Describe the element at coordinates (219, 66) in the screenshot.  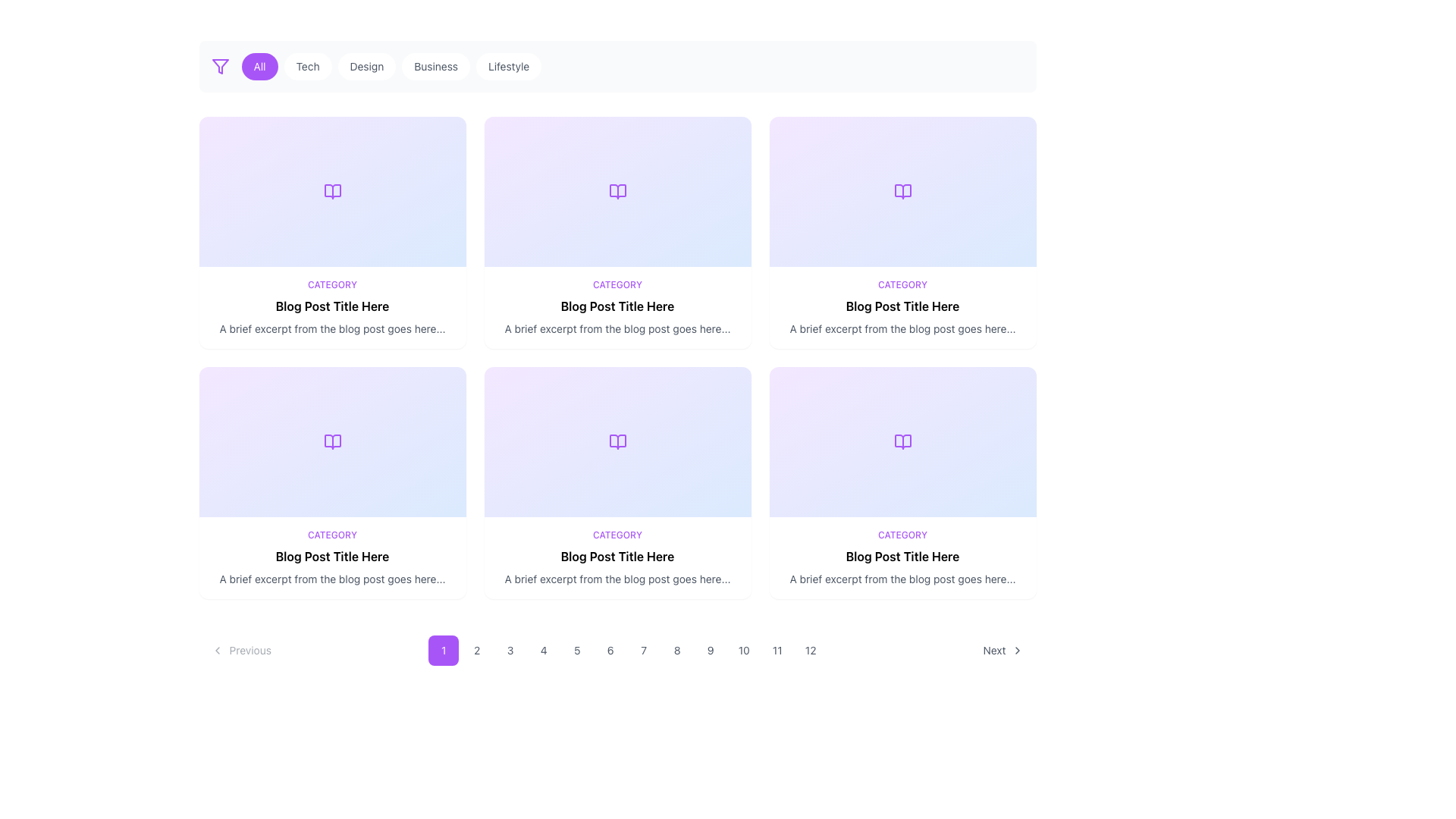
I see `the filtering icon located in the top left corner of the navigation bar` at that location.